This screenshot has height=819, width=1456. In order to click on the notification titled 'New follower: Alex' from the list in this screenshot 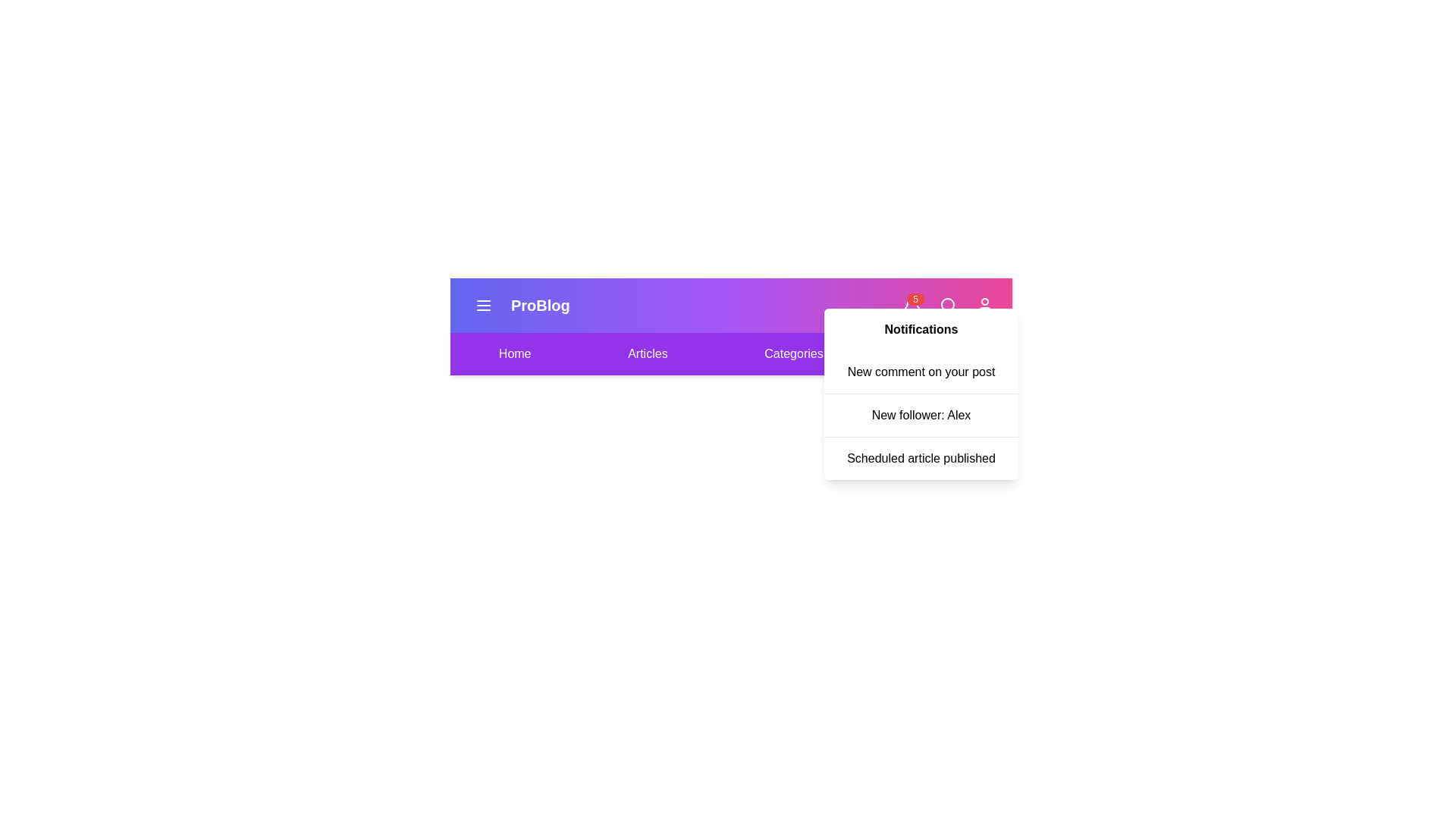, I will do `click(920, 415)`.